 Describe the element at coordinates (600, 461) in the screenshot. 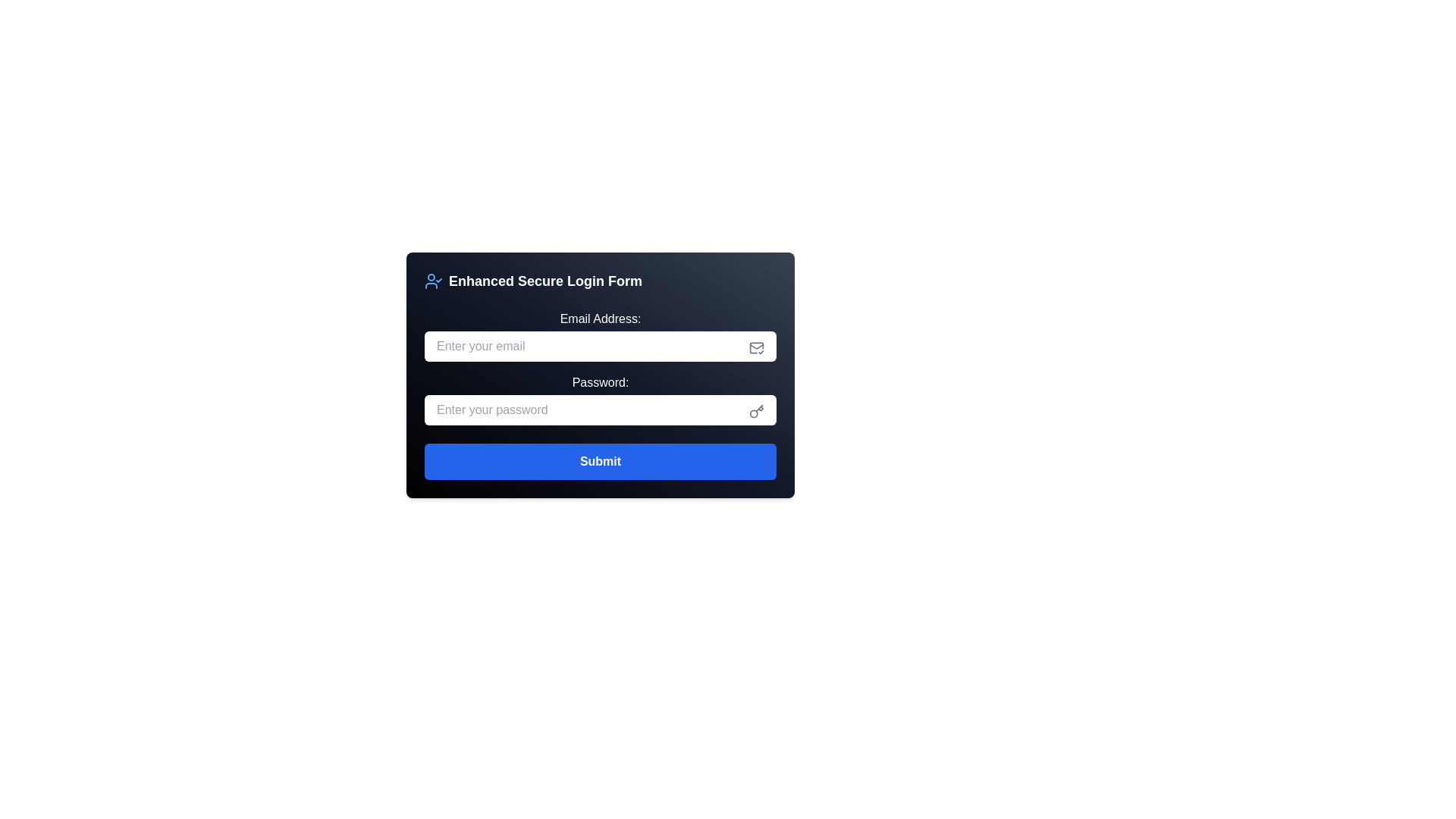

I see `the submission button located at the base of the login panel` at that location.